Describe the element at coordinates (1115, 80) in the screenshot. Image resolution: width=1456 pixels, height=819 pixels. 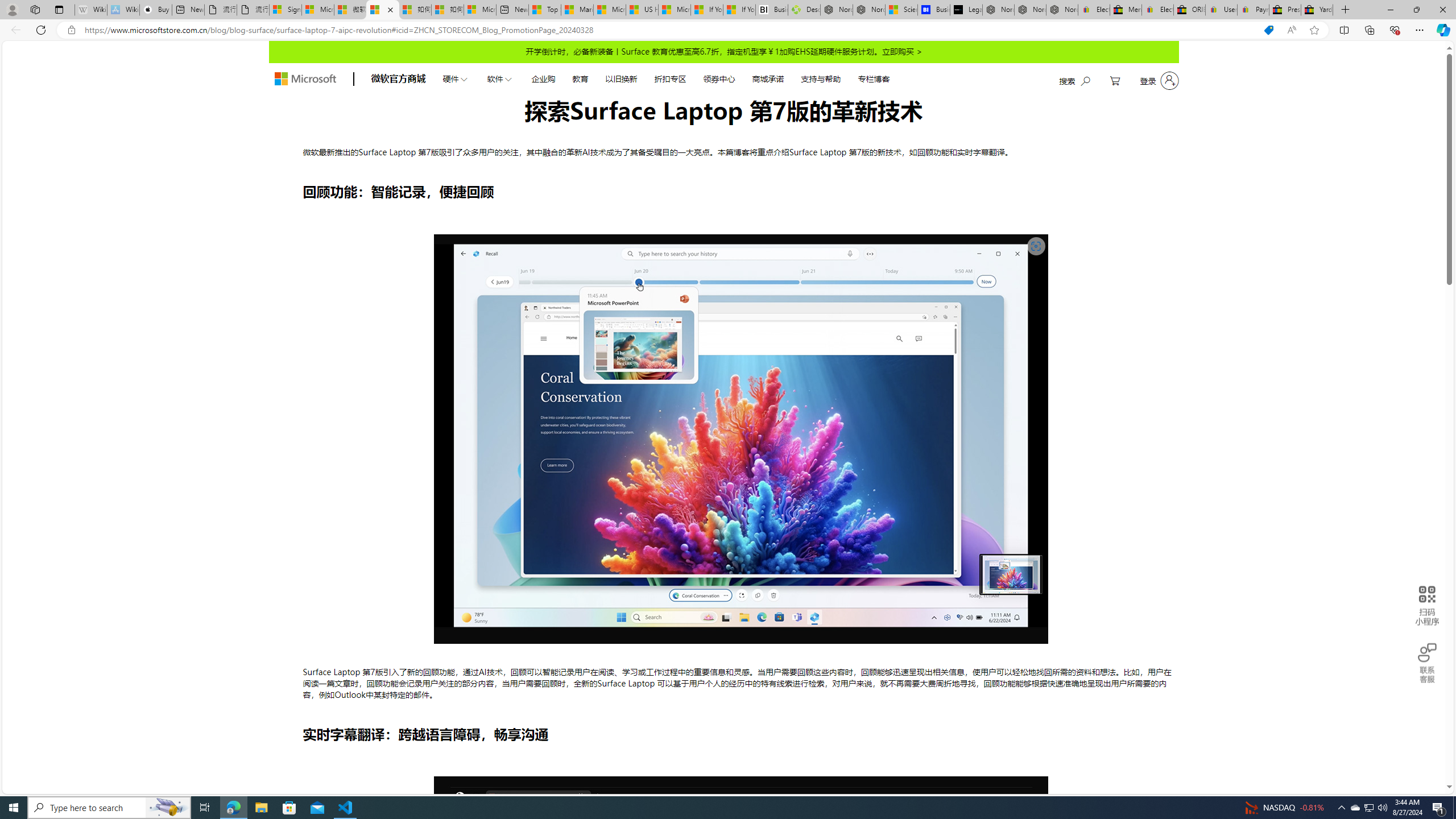
I see `'My Cart'` at that location.